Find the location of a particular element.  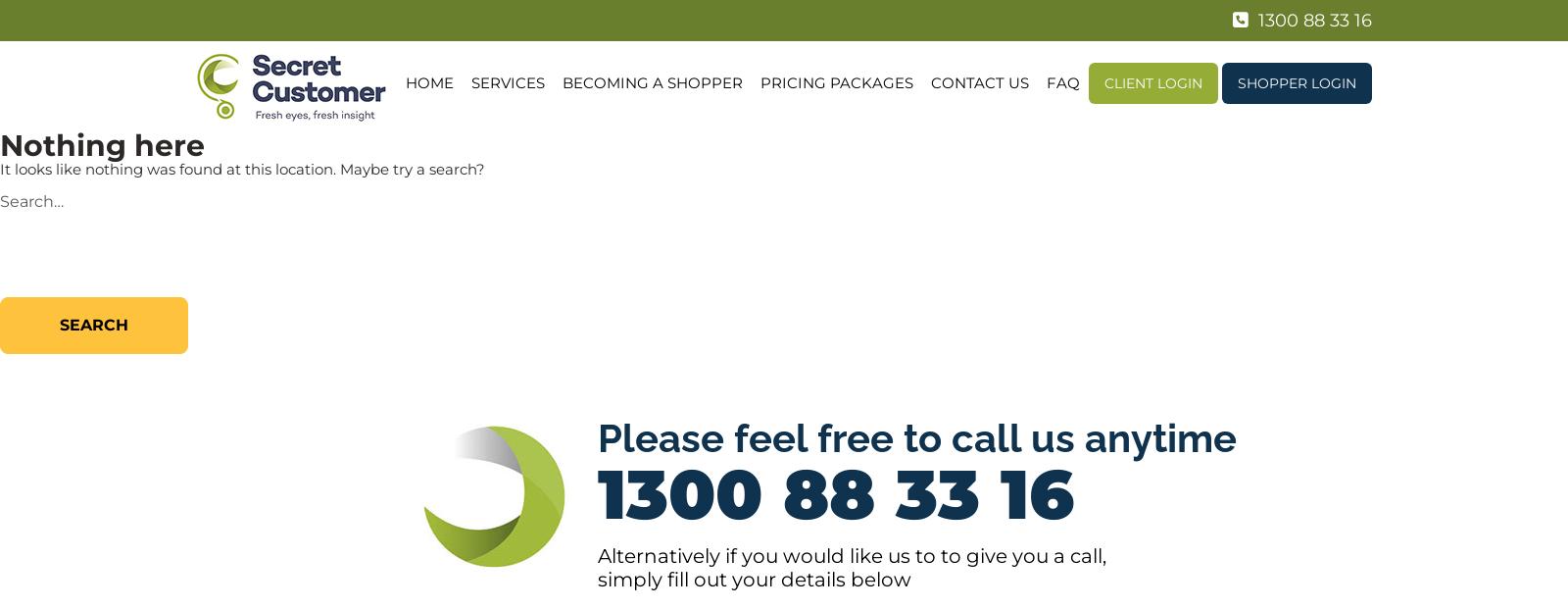

'Pricing Packages' is located at coordinates (834, 82).